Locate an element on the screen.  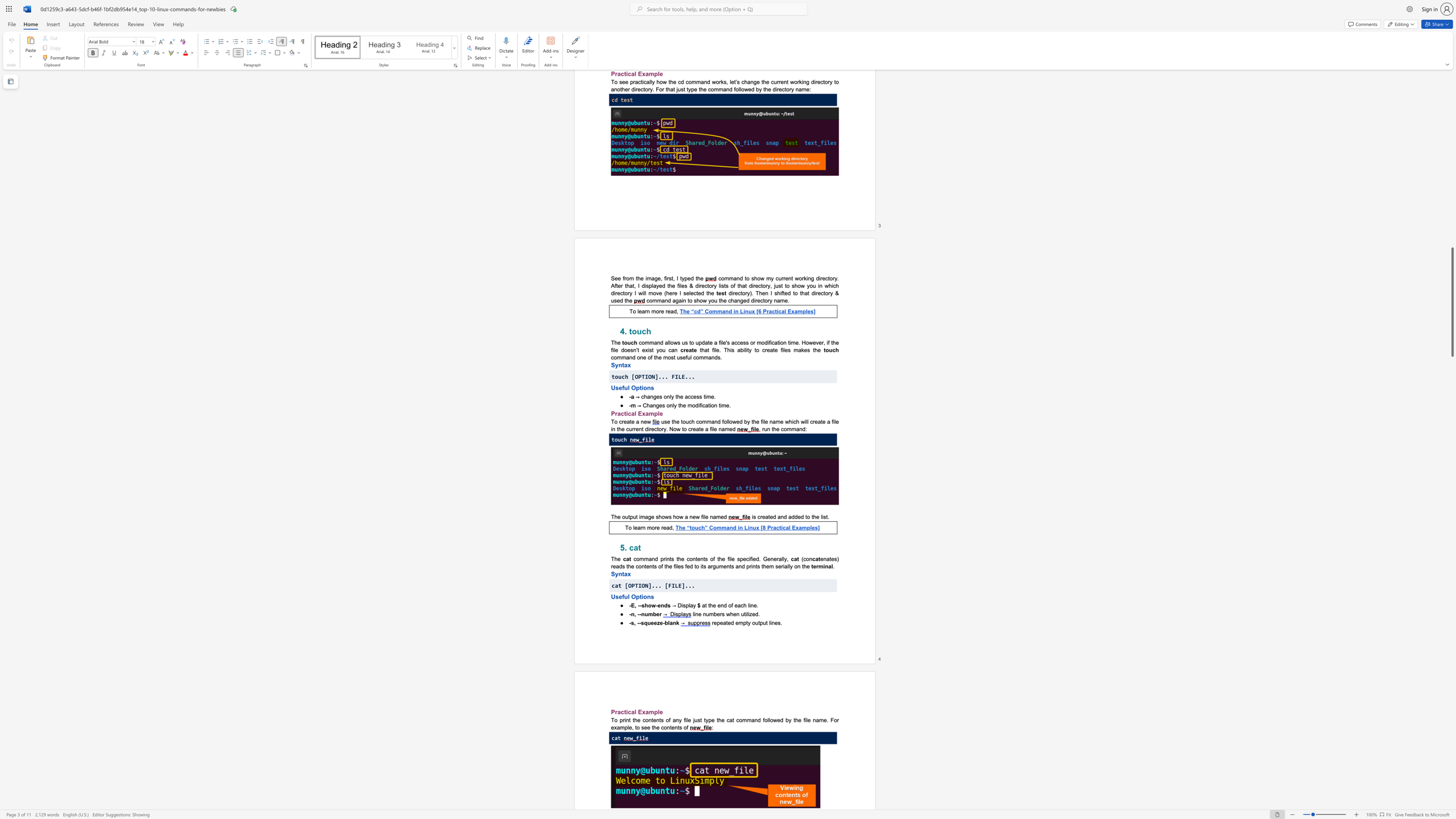
the 2th character "u" in the text is located at coordinates (764, 622).